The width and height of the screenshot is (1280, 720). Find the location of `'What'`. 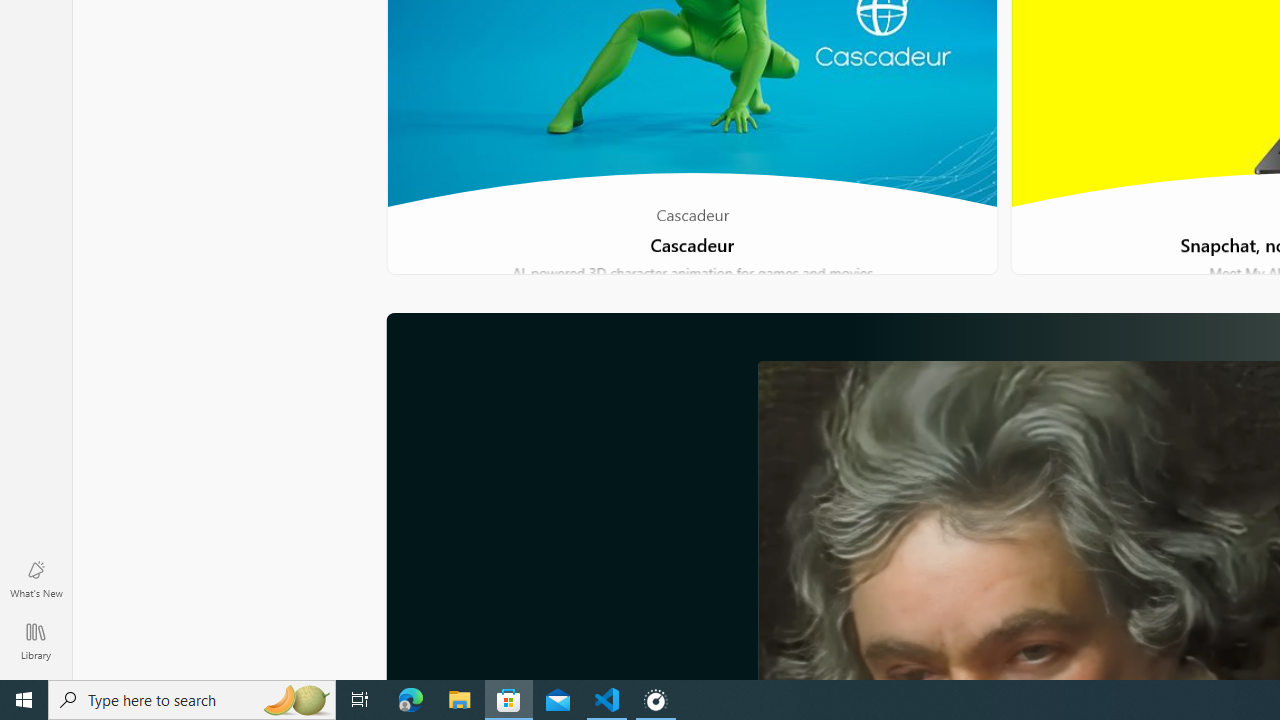

'What' is located at coordinates (35, 578).